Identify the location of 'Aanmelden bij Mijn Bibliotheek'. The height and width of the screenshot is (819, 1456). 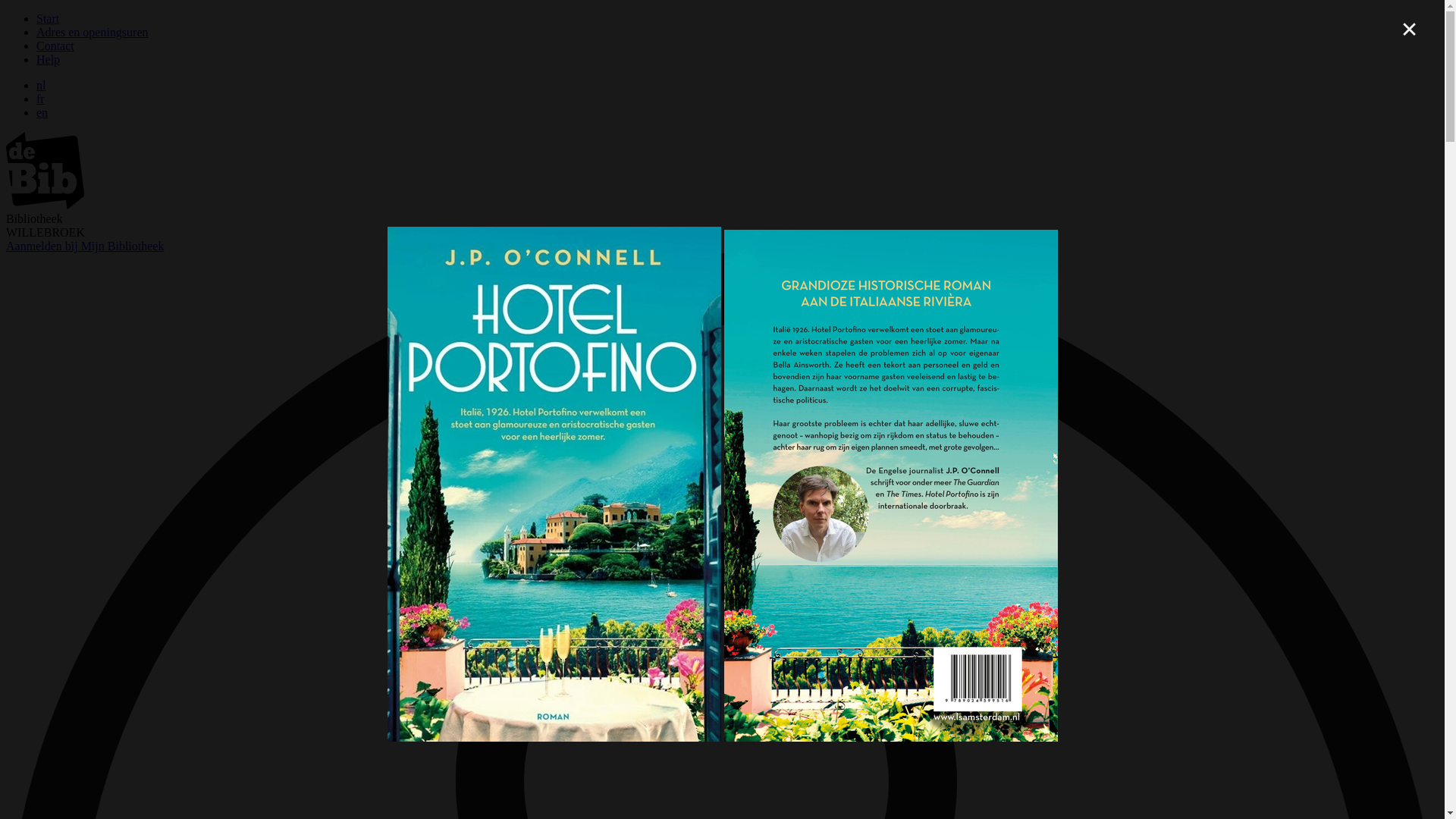
(83, 245).